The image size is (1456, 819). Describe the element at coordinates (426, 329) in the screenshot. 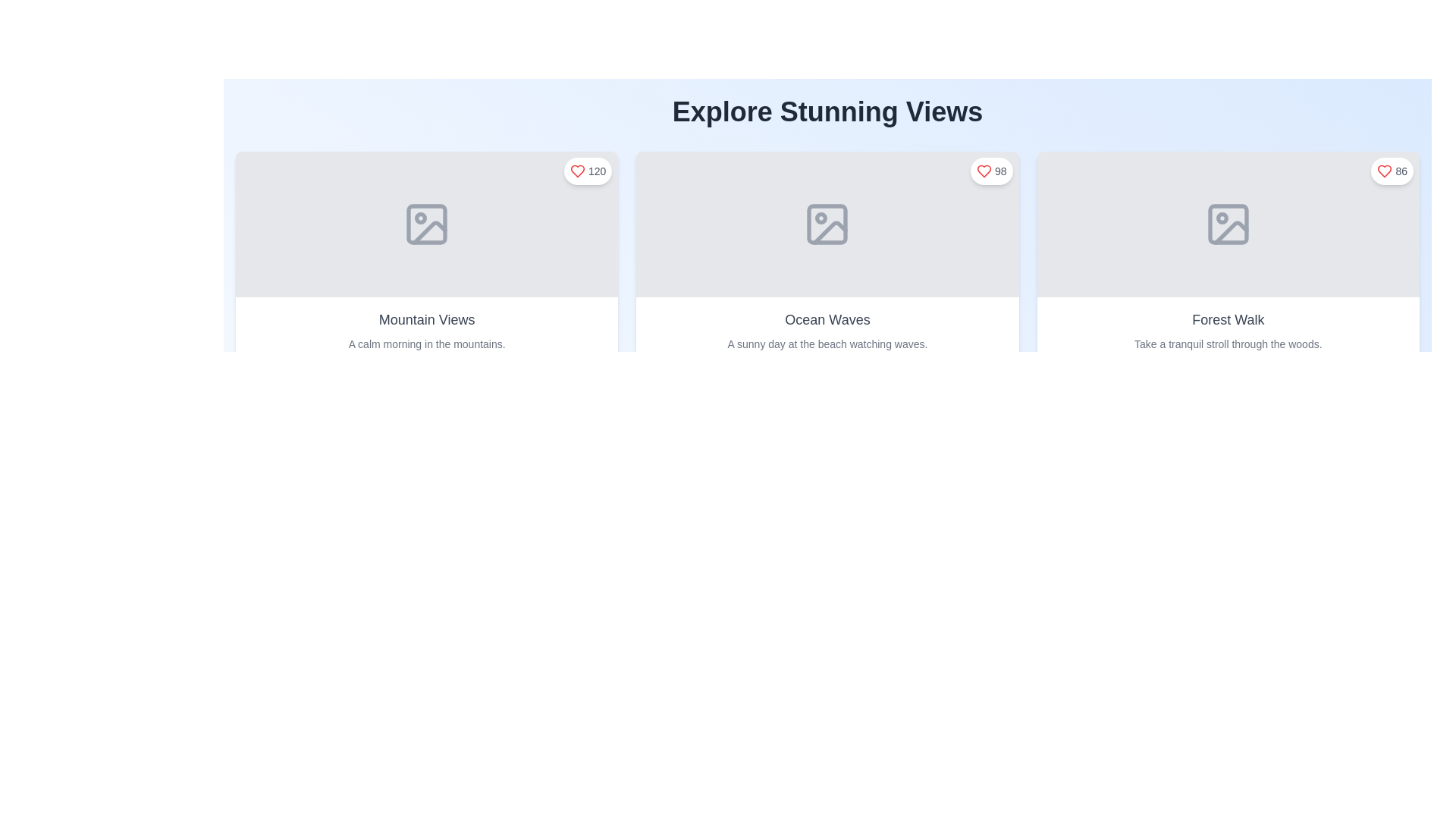

I see `the Text block located at the bottom of the first card in a horizontally arranged grid of cards` at that location.